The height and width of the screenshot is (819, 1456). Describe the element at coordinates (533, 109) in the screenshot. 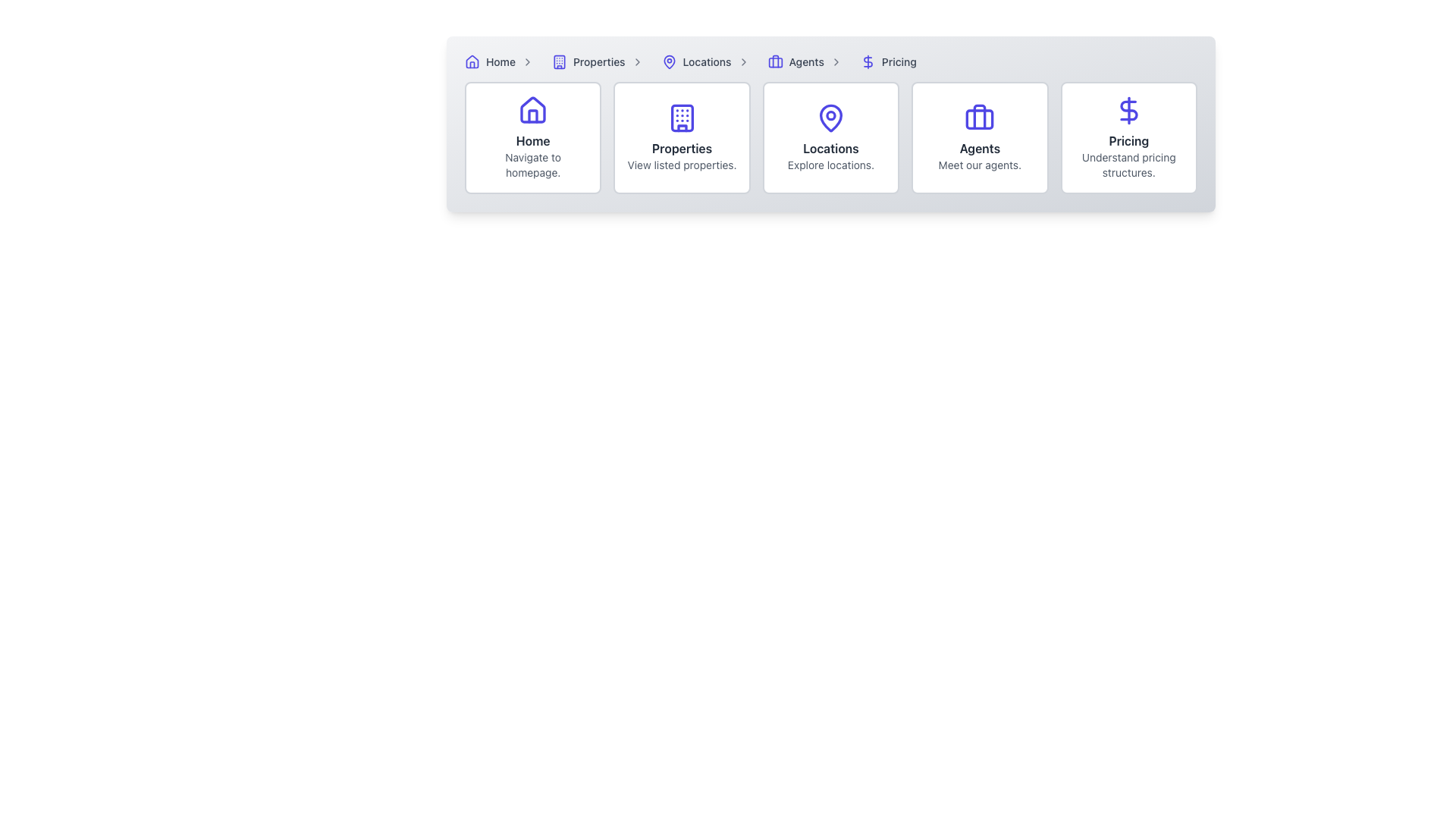

I see `the 'Home' icon in the navigation panel, which is the primary graphical representation located in the first card at the top left section of the interface, above the text 'Home Navigate to homepage.'` at that location.